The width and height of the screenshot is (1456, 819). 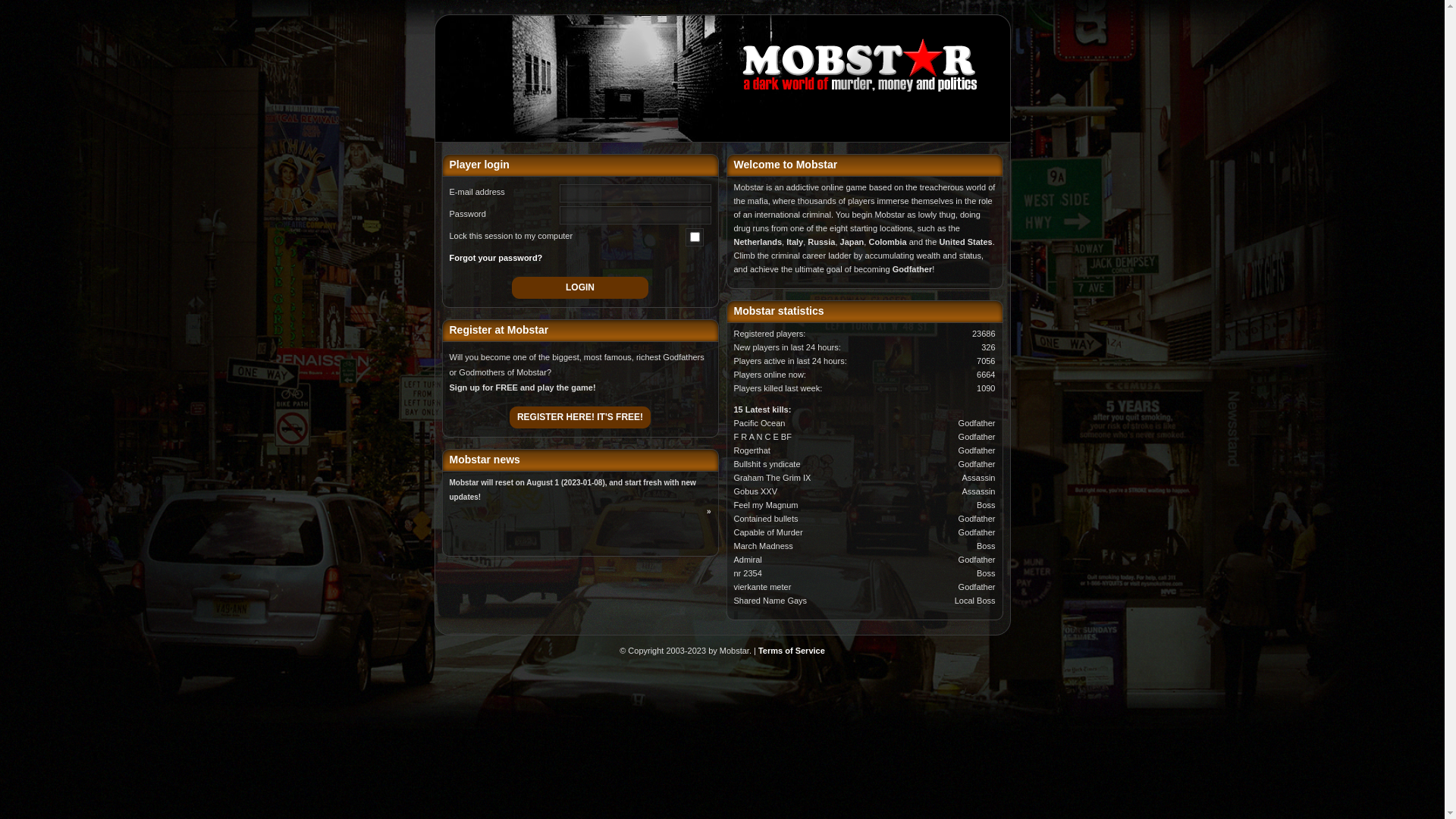 I want to click on 'Terms of Service', so click(x=758, y=649).